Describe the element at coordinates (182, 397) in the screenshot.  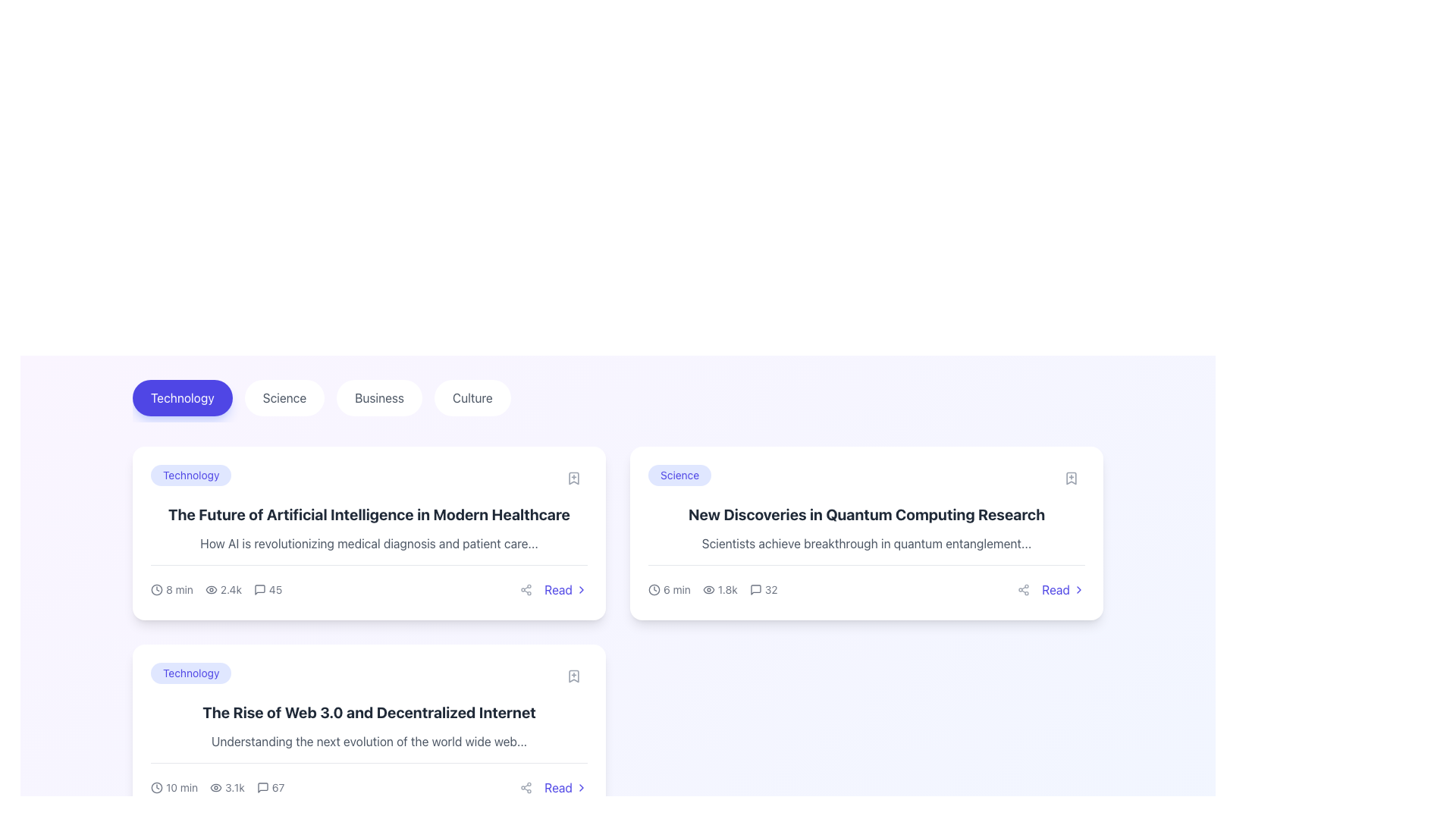
I see `the 'Technology' button, which is the first button in a horizontal row of four buttons with a rounded rectangular shape and a bold indigo background color, featuring white text centered within it` at that location.